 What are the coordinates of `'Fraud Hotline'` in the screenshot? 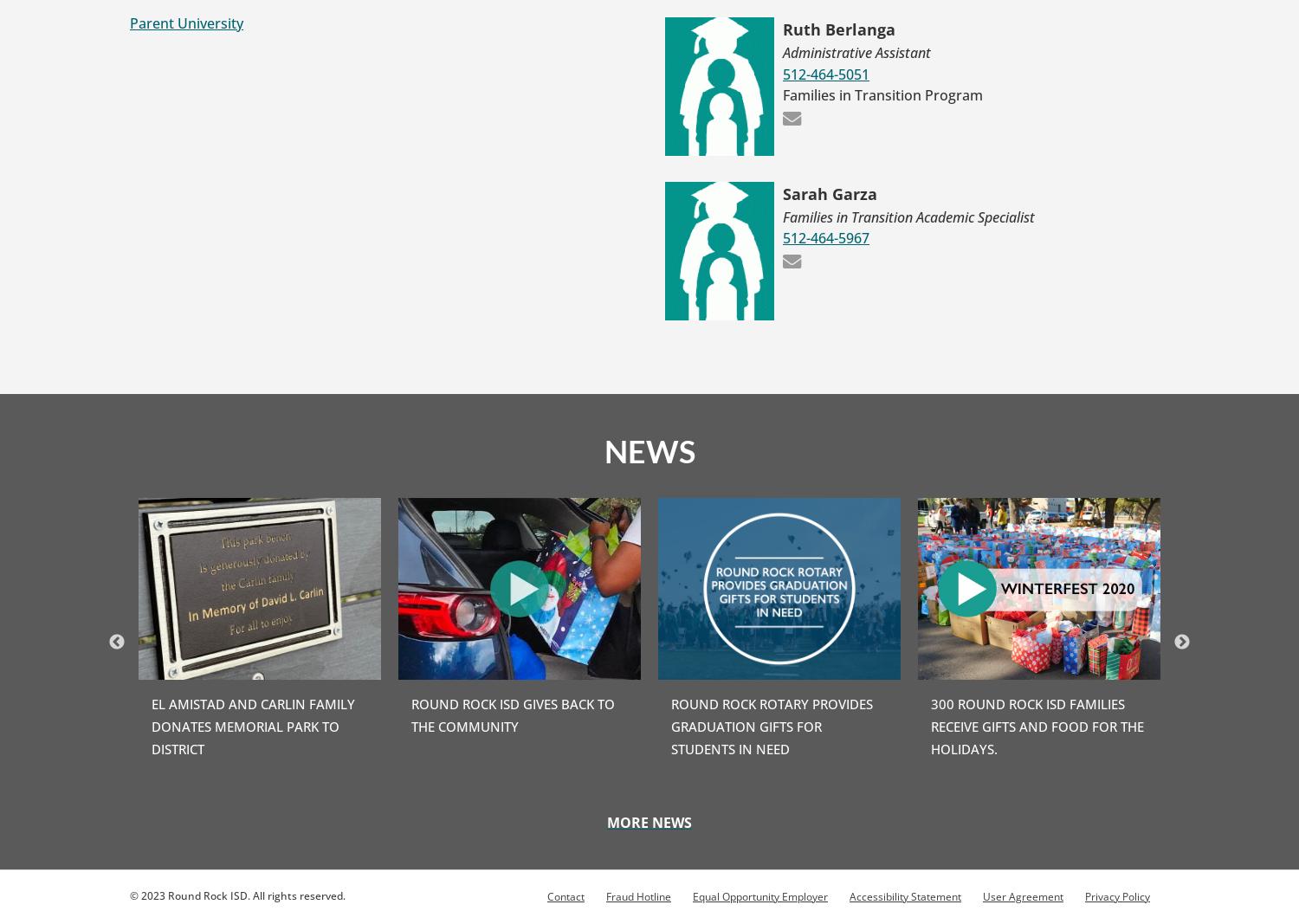 It's located at (637, 895).